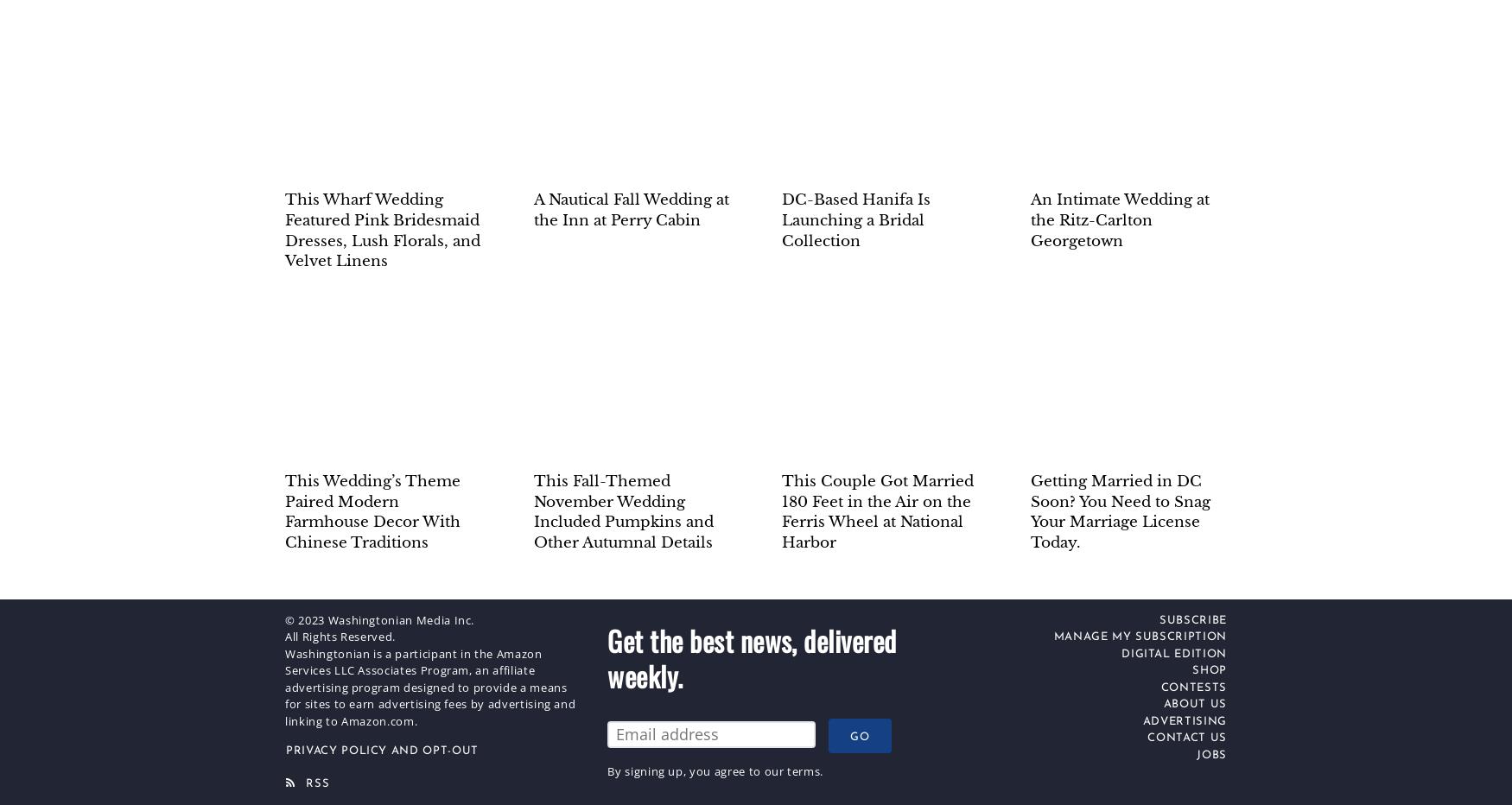 This screenshot has width=1512, height=805. I want to click on 'Contact Us', so click(1186, 737).